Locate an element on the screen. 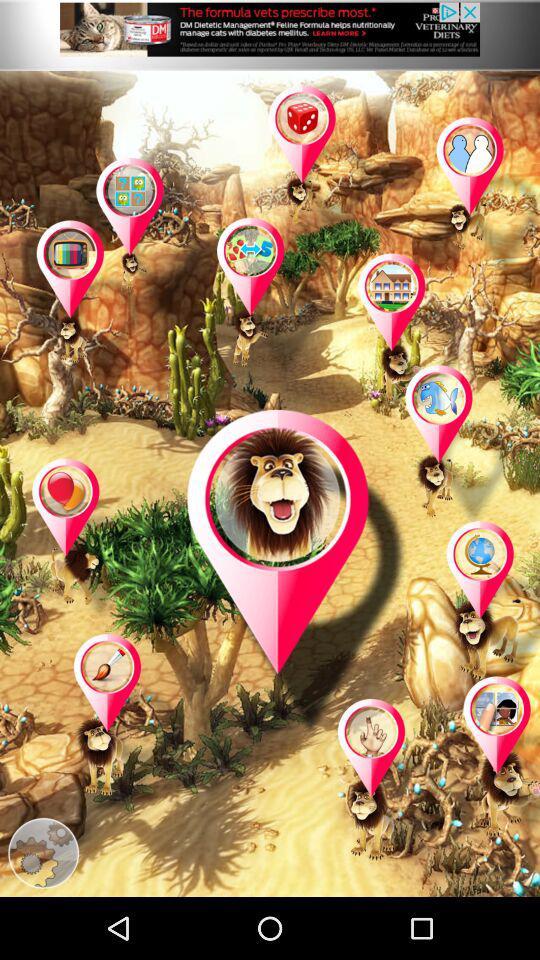 This screenshot has width=540, height=960. open page is located at coordinates (296, 573).